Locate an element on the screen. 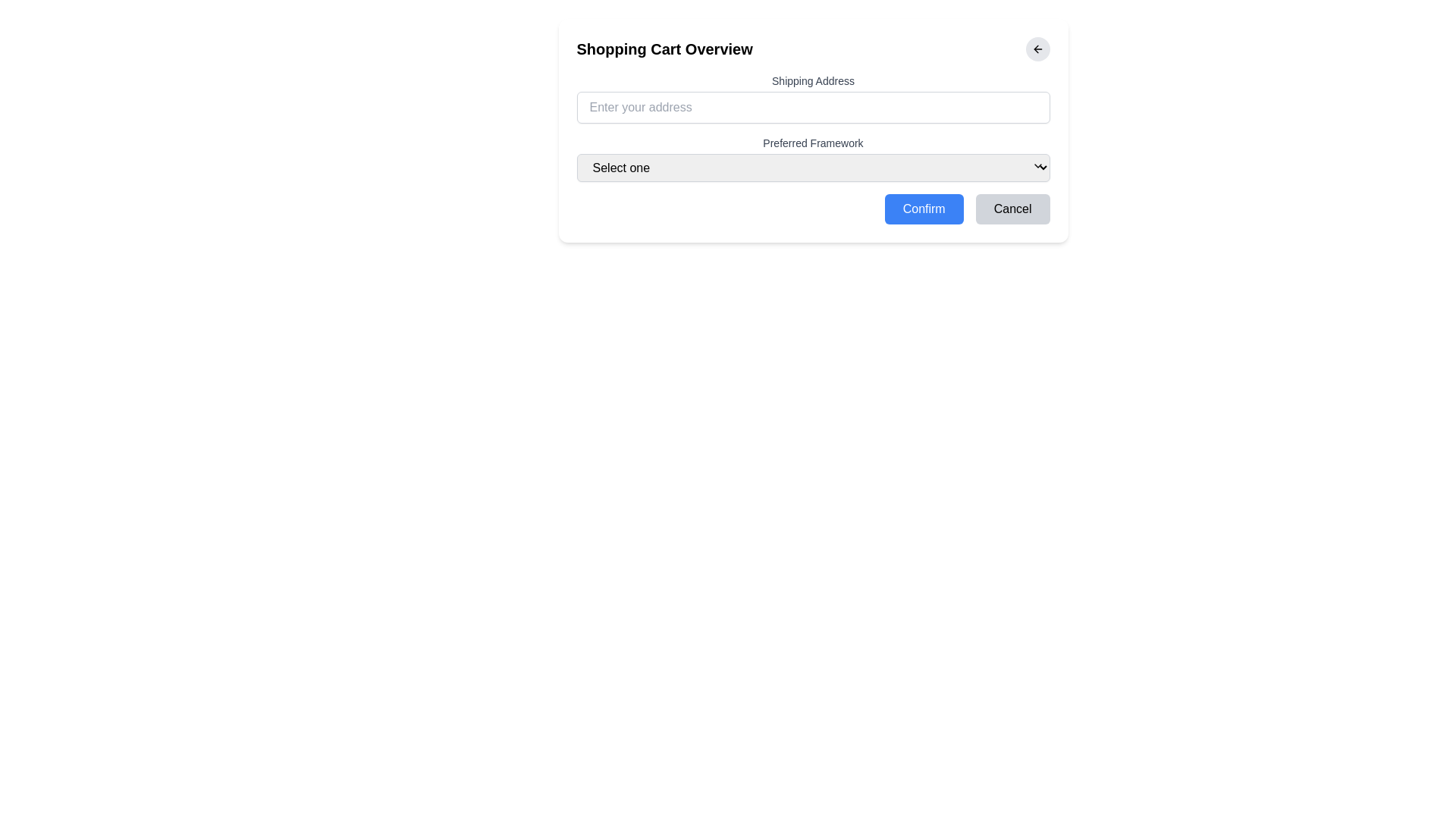 The width and height of the screenshot is (1456, 819). the 'Preferred Framework' dropdown menu by tabbing to the field is located at coordinates (812, 168).